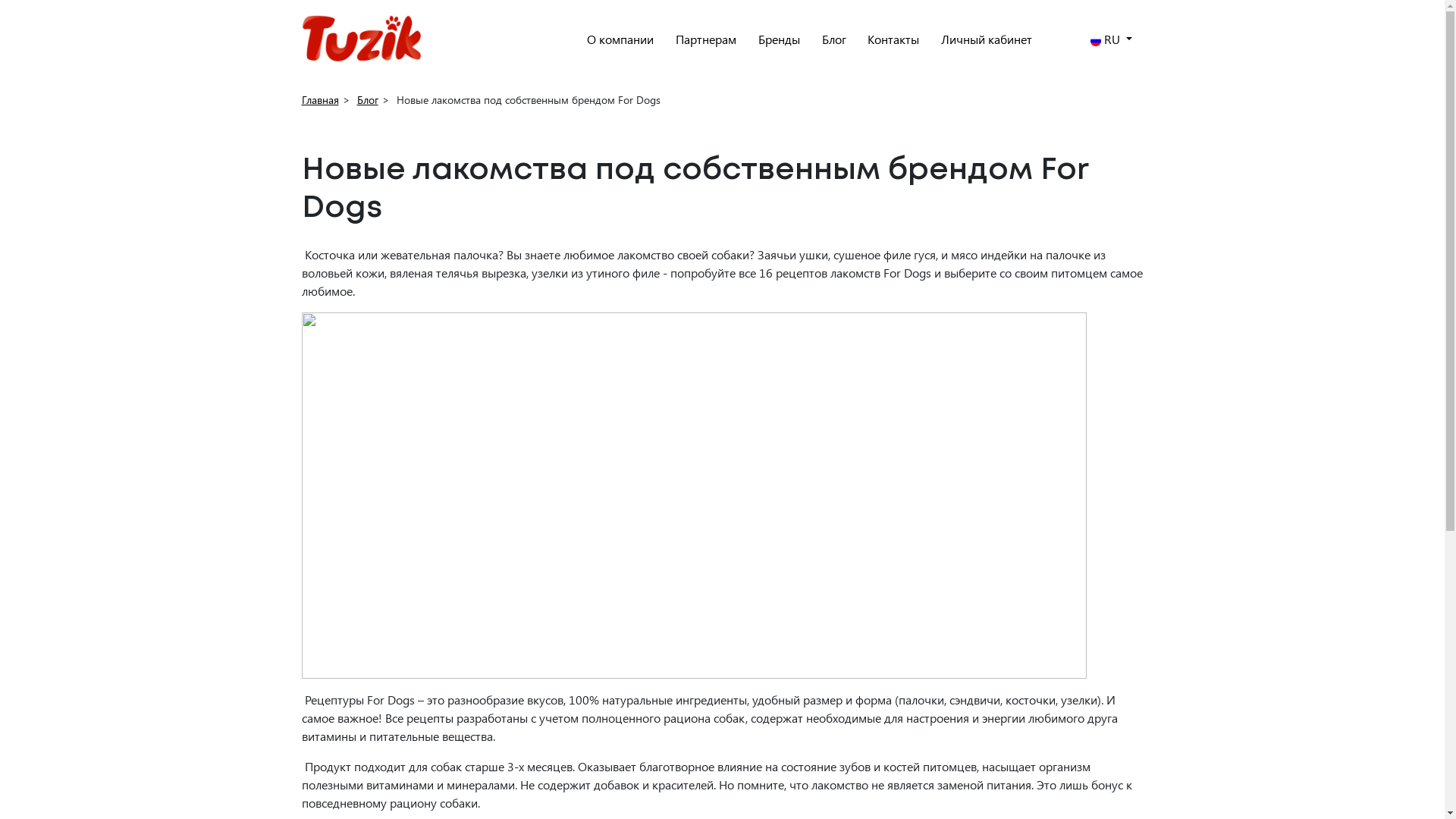 The height and width of the screenshot is (819, 1456). I want to click on 'RU', so click(1111, 38).